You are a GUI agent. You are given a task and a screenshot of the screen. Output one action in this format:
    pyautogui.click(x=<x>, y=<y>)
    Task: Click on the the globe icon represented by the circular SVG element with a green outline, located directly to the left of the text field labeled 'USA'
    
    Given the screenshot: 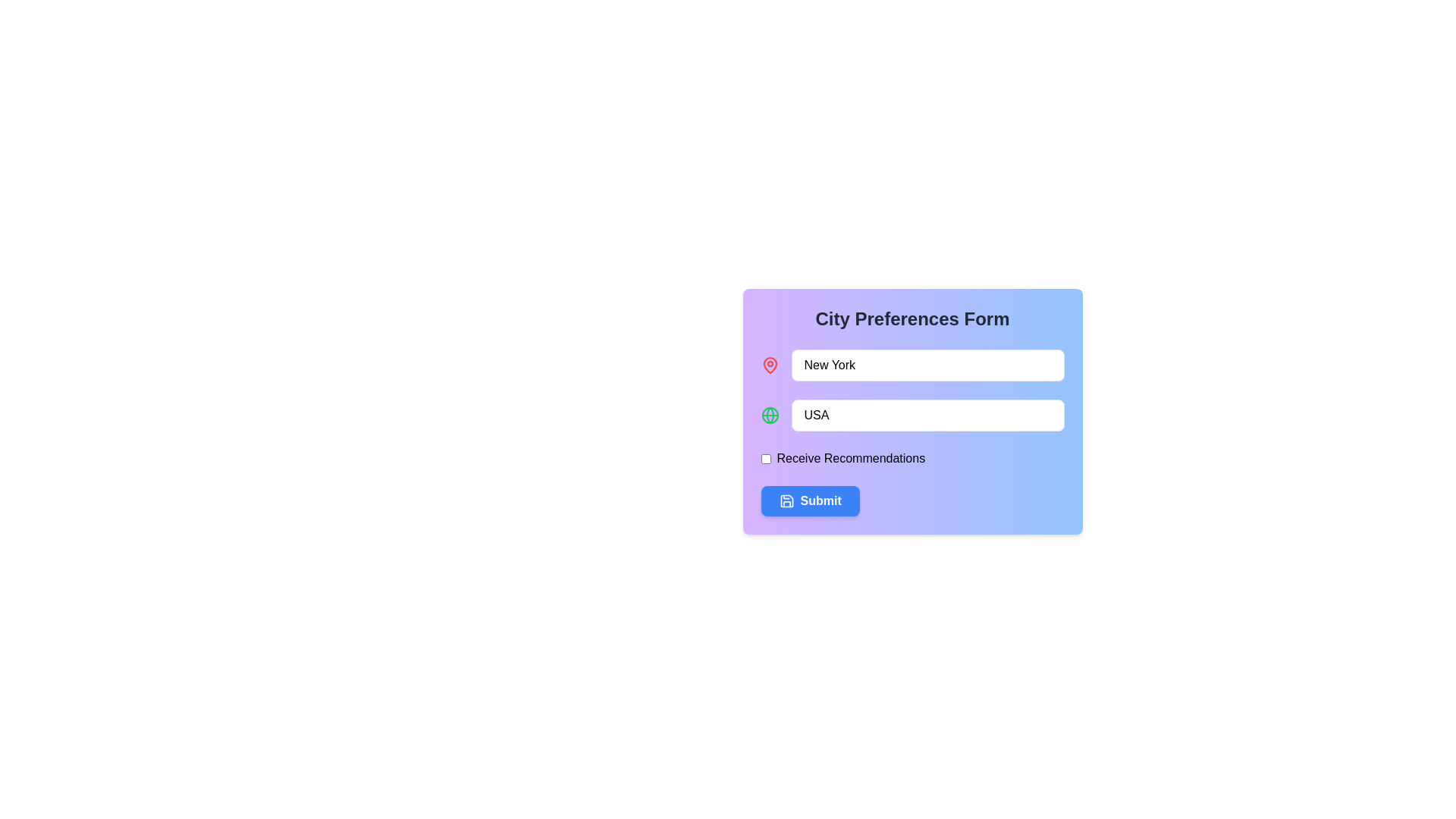 What is the action you would take?
    pyautogui.click(x=770, y=415)
    